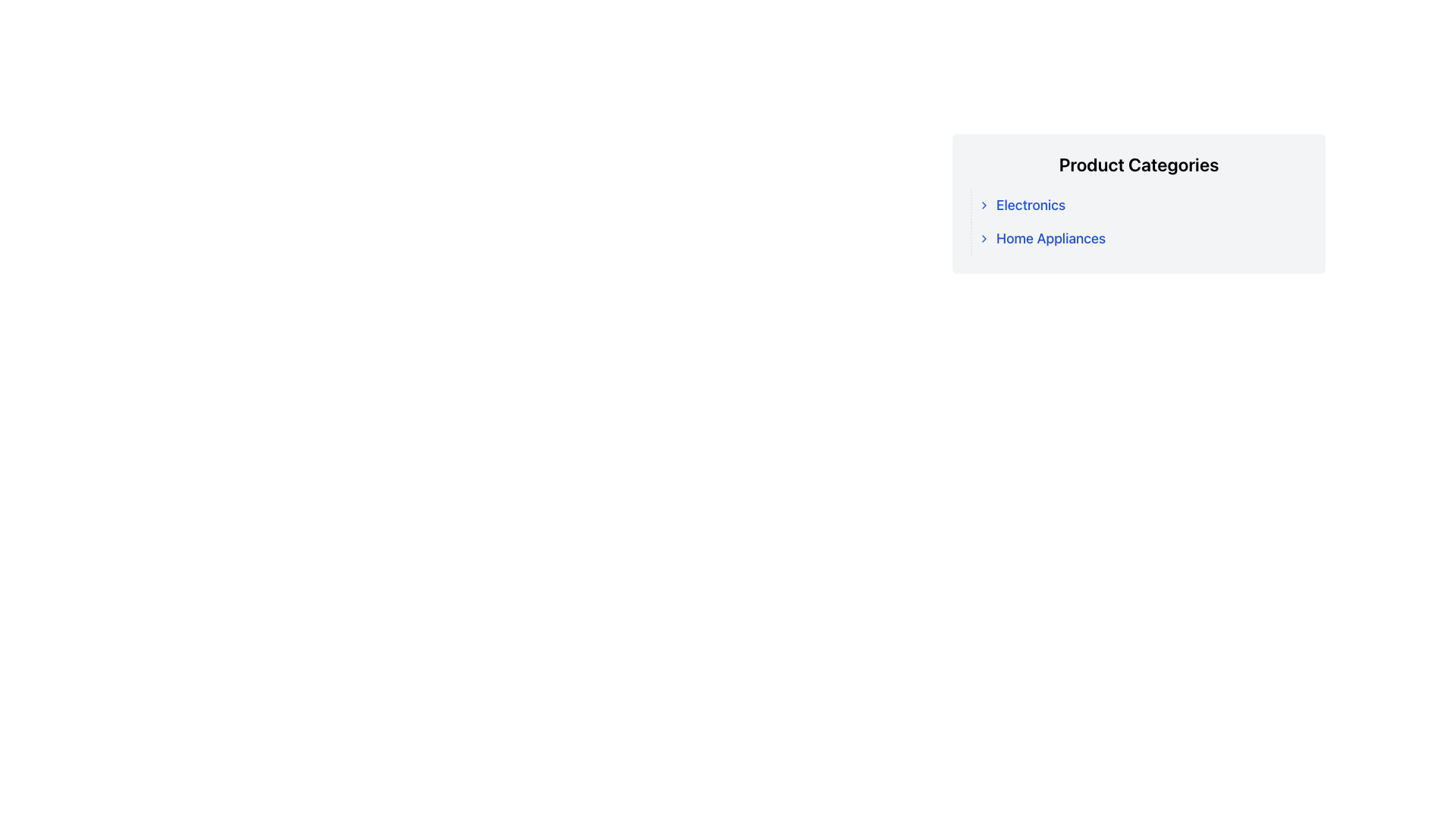 This screenshot has height=819, width=1456. What do you see at coordinates (984, 239) in the screenshot?
I see `the small, right-pointing chevron icon located to the left of the 'Home Appliances' text` at bounding box center [984, 239].